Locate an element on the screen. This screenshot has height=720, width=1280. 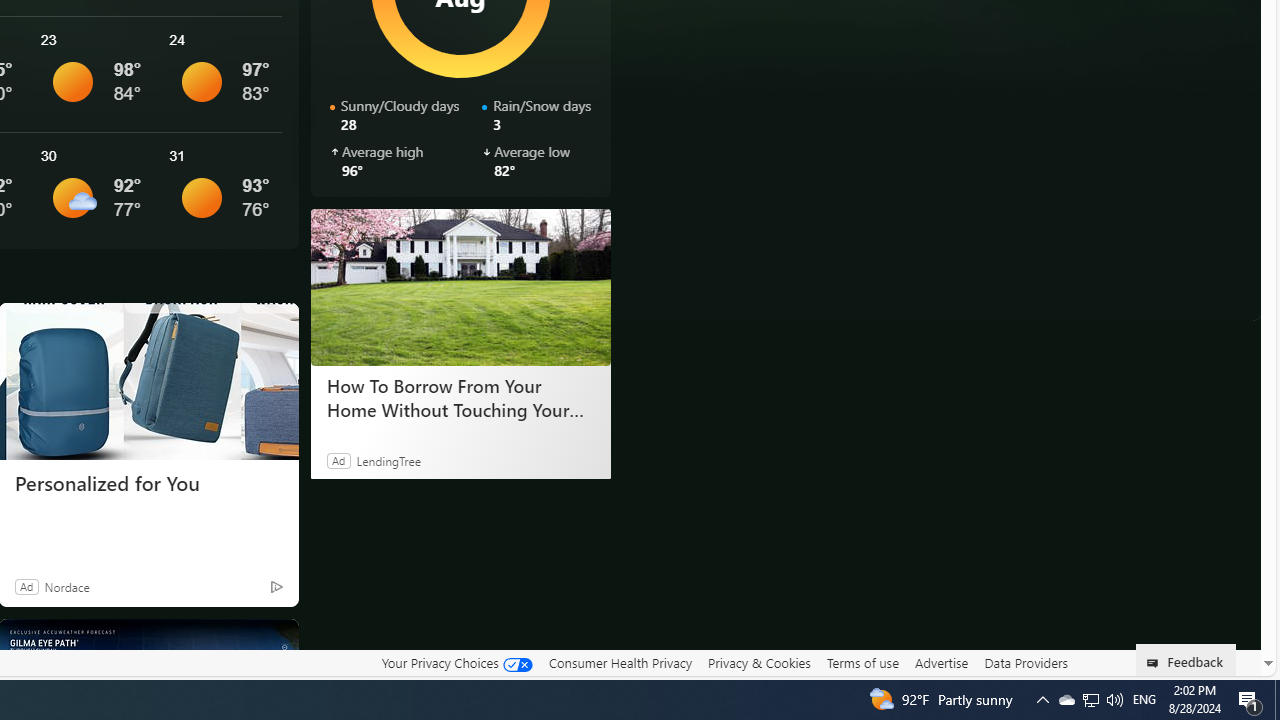
'Terms of use' is located at coordinates (862, 663).